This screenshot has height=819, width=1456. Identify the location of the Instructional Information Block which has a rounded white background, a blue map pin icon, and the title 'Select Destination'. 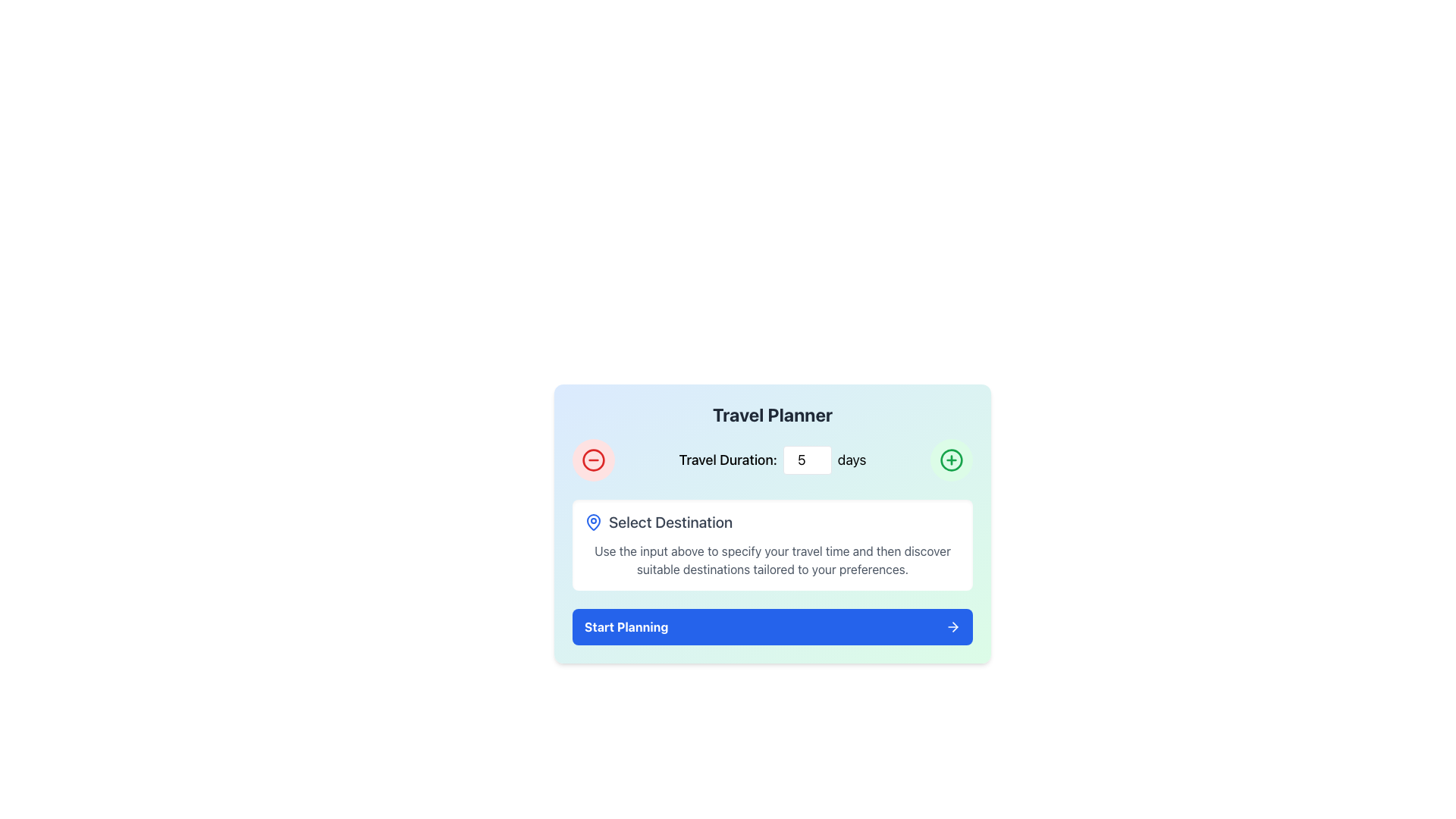
(772, 544).